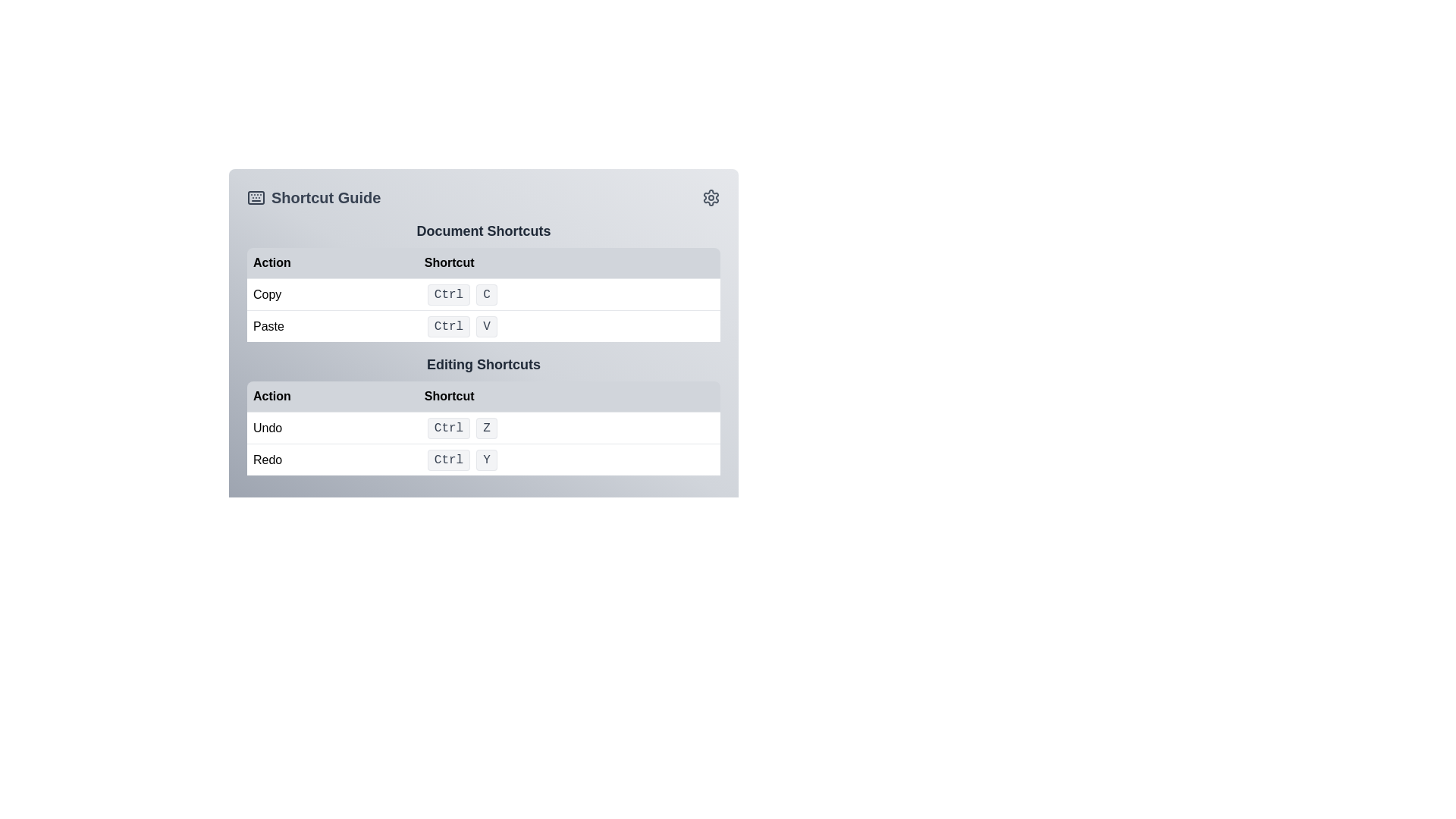 The image size is (1456, 819). I want to click on the 'Ctrl' button in the 'Shortcut Guide' interface, located under the 'Editing Shortcuts' section, in the 'Undo' row, so click(447, 428).